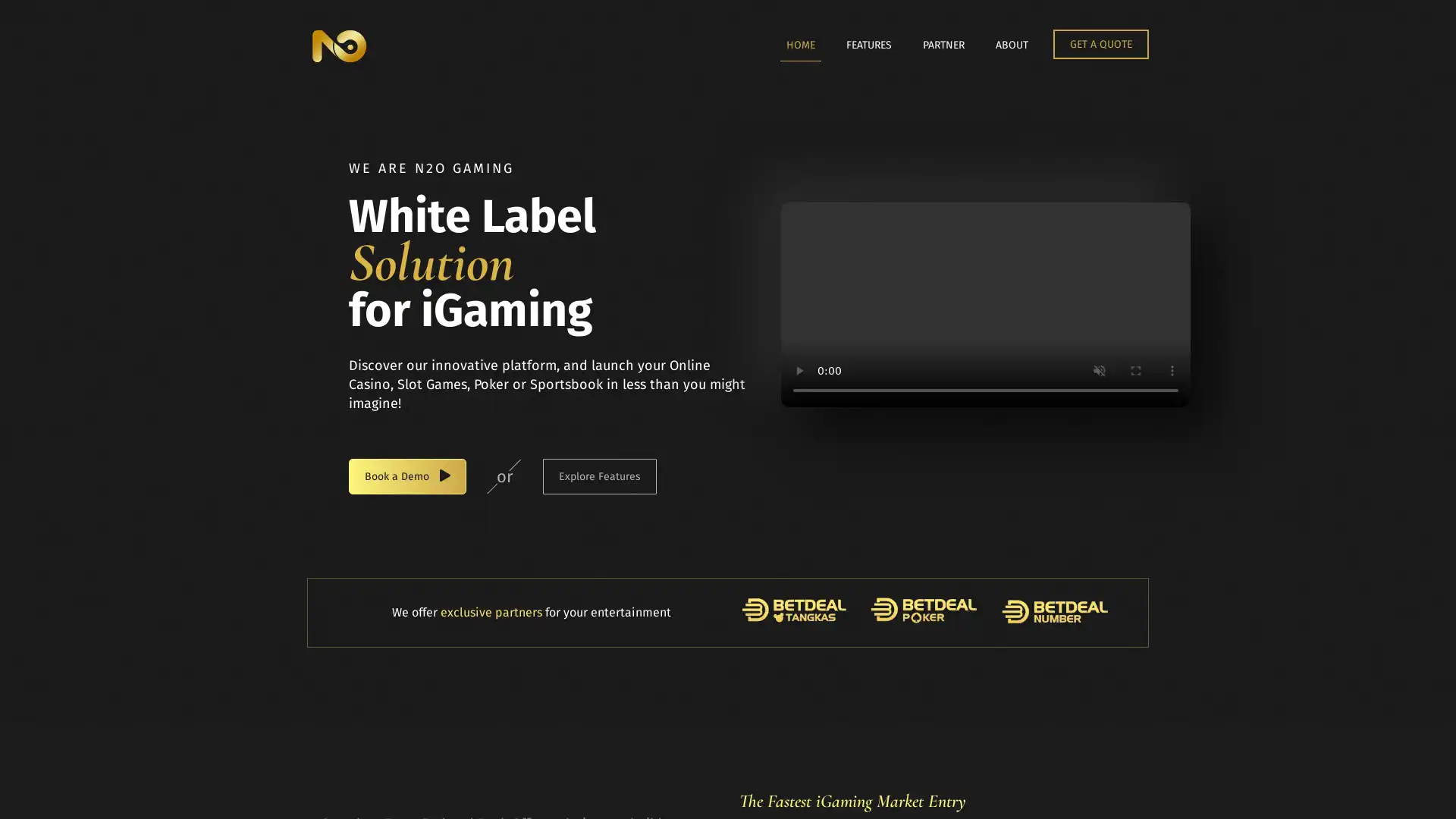  Describe the element at coordinates (1099, 371) in the screenshot. I see `unmute` at that location.